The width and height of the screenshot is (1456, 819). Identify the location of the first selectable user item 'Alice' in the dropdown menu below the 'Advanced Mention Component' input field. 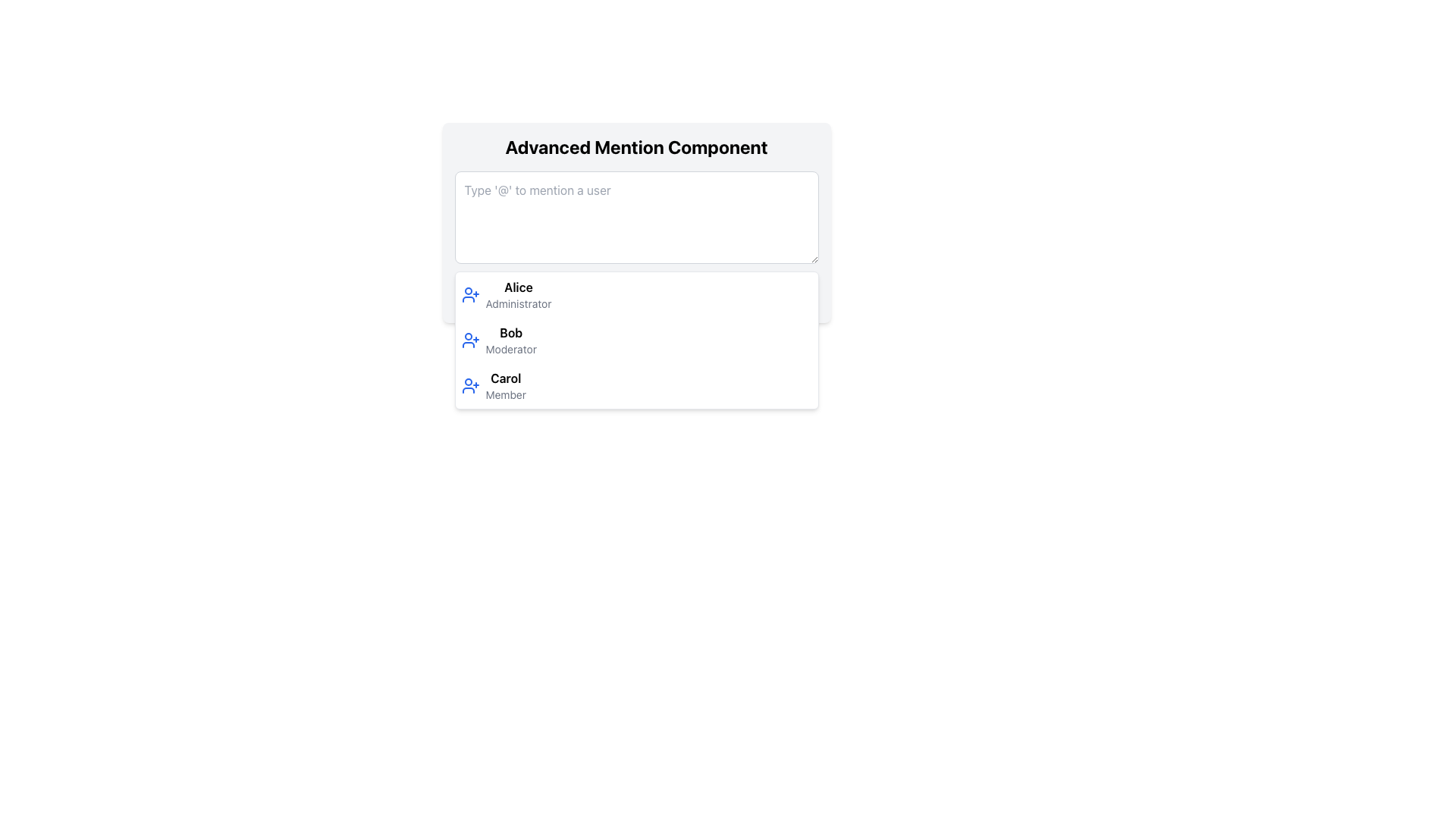
(636, 295).